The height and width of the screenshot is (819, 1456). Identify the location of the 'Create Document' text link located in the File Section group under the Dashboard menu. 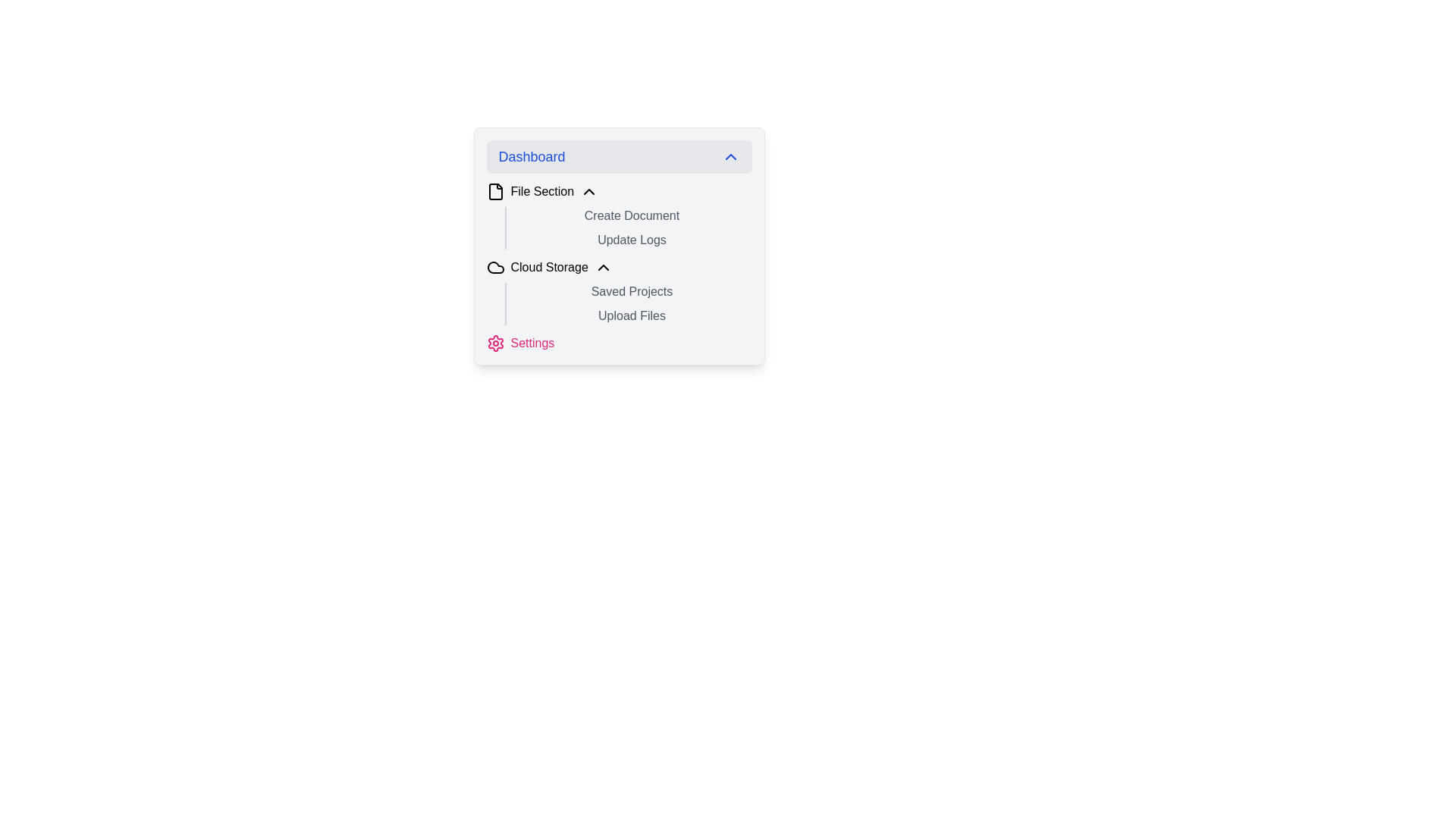
(629, 216).